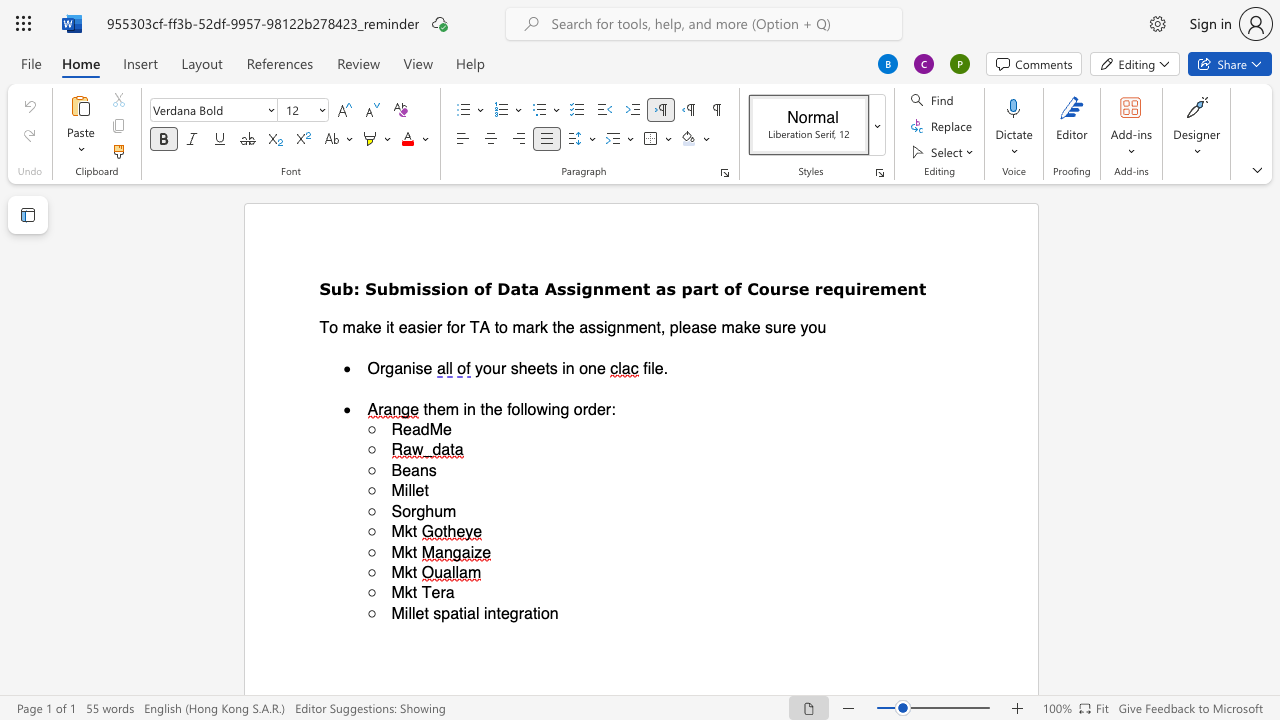 This screenshot has height=720, width=1280. I want to click on the space between the continuous character "s" and "e" in the text, so click(797, 288).